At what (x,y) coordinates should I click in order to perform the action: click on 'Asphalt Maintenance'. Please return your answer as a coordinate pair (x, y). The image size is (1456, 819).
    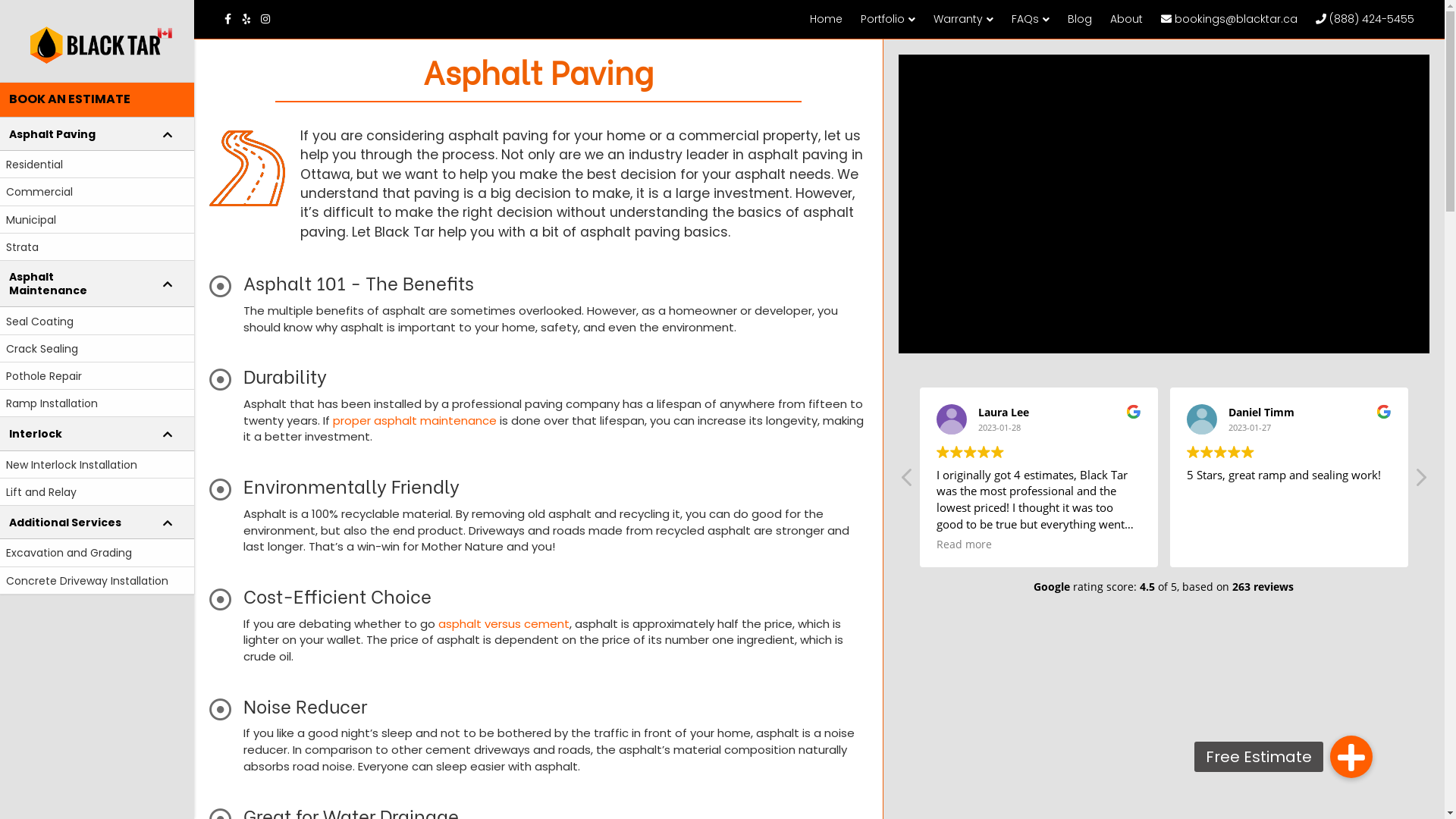
    Looking at the image, I should click on (96, 284).